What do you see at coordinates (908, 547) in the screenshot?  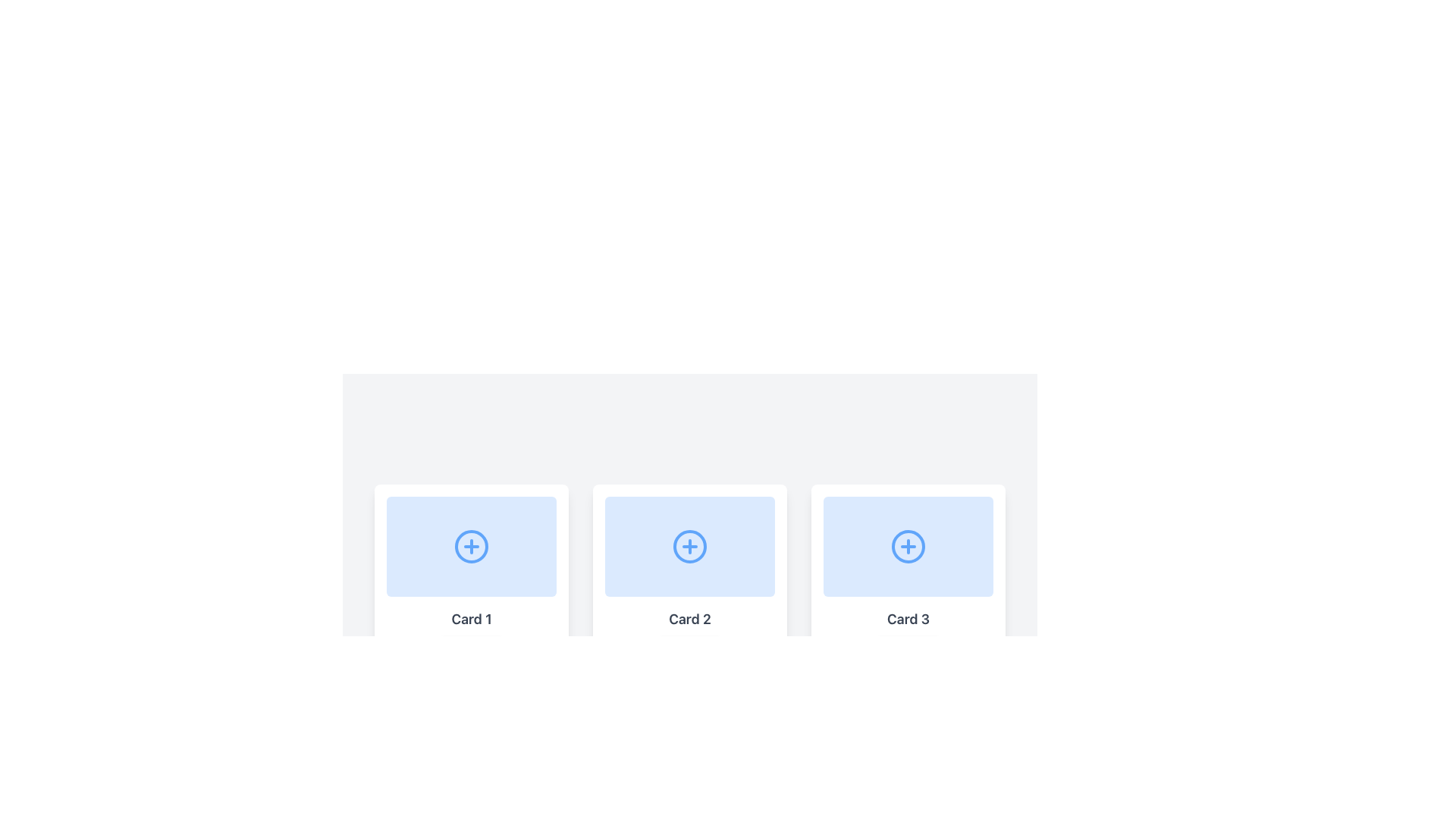 I see `the circular button located in the third card with a blue background to initiate the creation process` at bounding box center [908, 547].